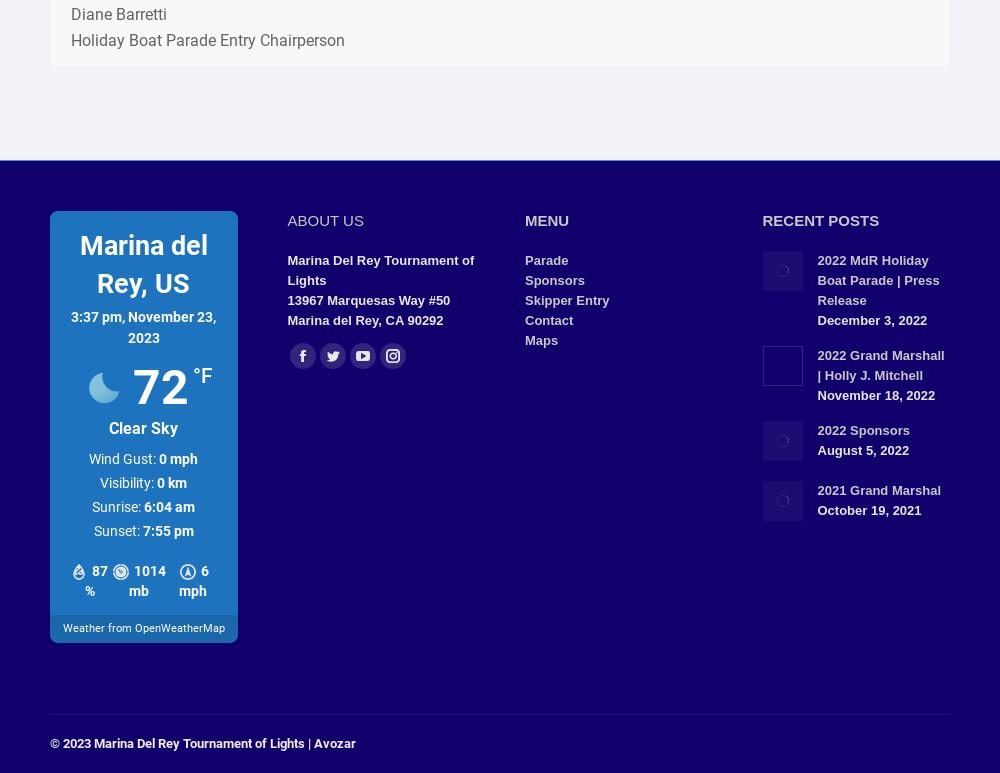 Image resolution: width=1000 pixels, height=773 pixels. Describe the element at coordinates (118, 14) in the screenshot. I see `'Diane Barretti'` at that location.